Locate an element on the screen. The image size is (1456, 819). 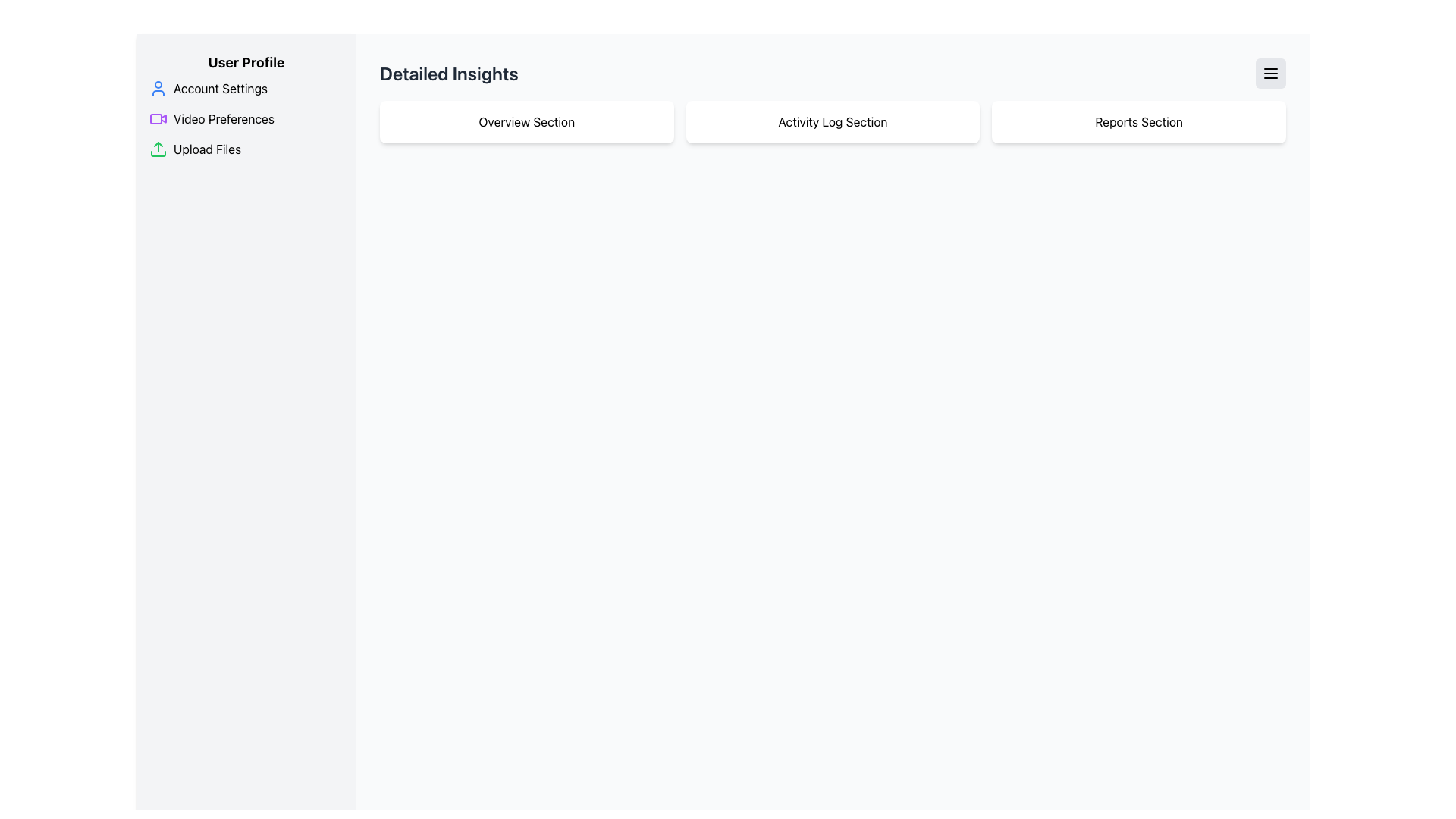
the 'Account Settings' text label located in the left sidebar navigation menu beneath the 'User Profile' header is located at coordinates (220, 88).